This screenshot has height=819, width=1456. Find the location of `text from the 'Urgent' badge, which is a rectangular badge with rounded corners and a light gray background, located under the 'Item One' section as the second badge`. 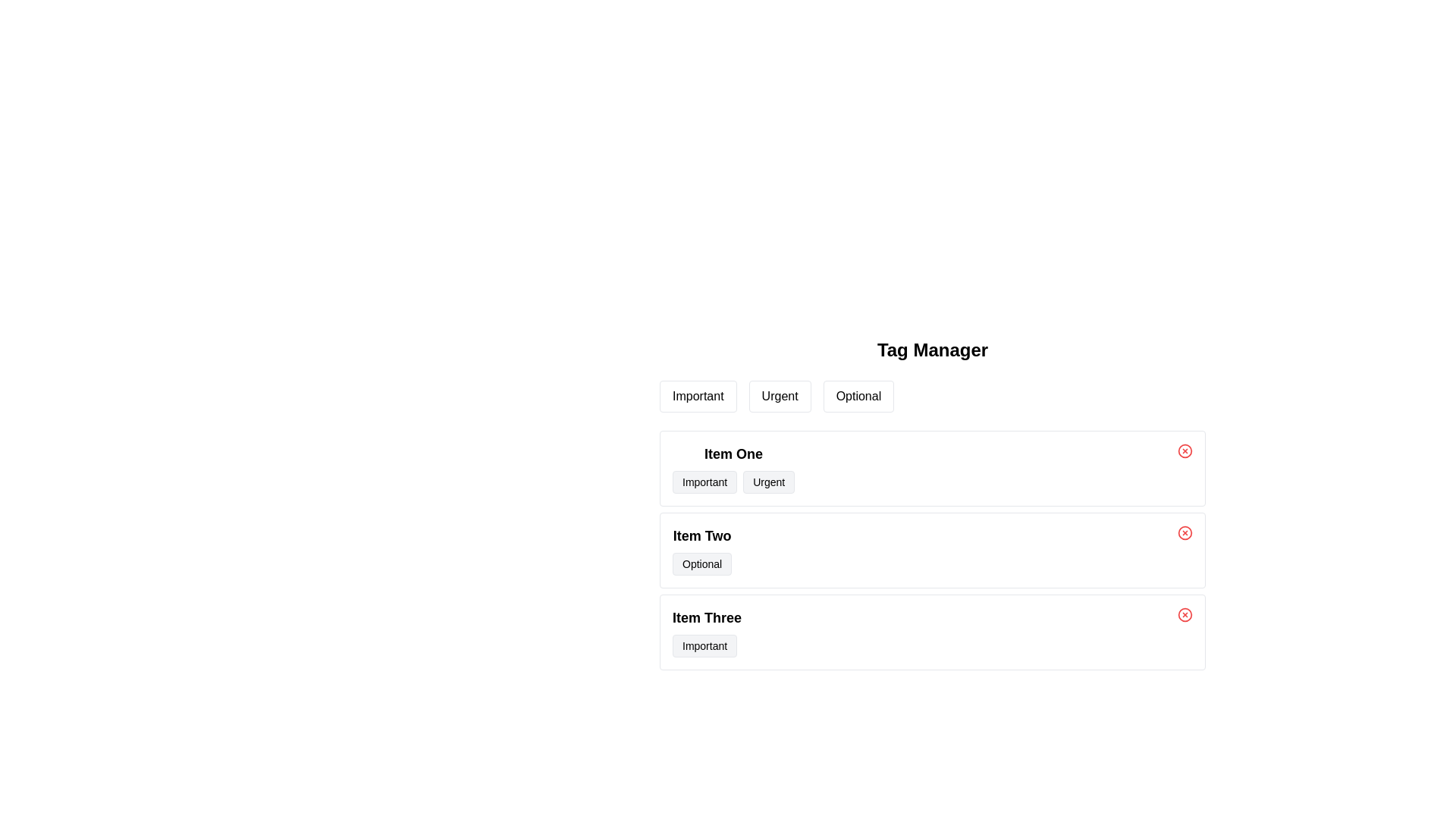

text from the 'Urgent' badge, which is a rectangular badge with rounded corners and a light gray background, located under the 'Item One' section as the second badge is located at coordinates (769, 482).